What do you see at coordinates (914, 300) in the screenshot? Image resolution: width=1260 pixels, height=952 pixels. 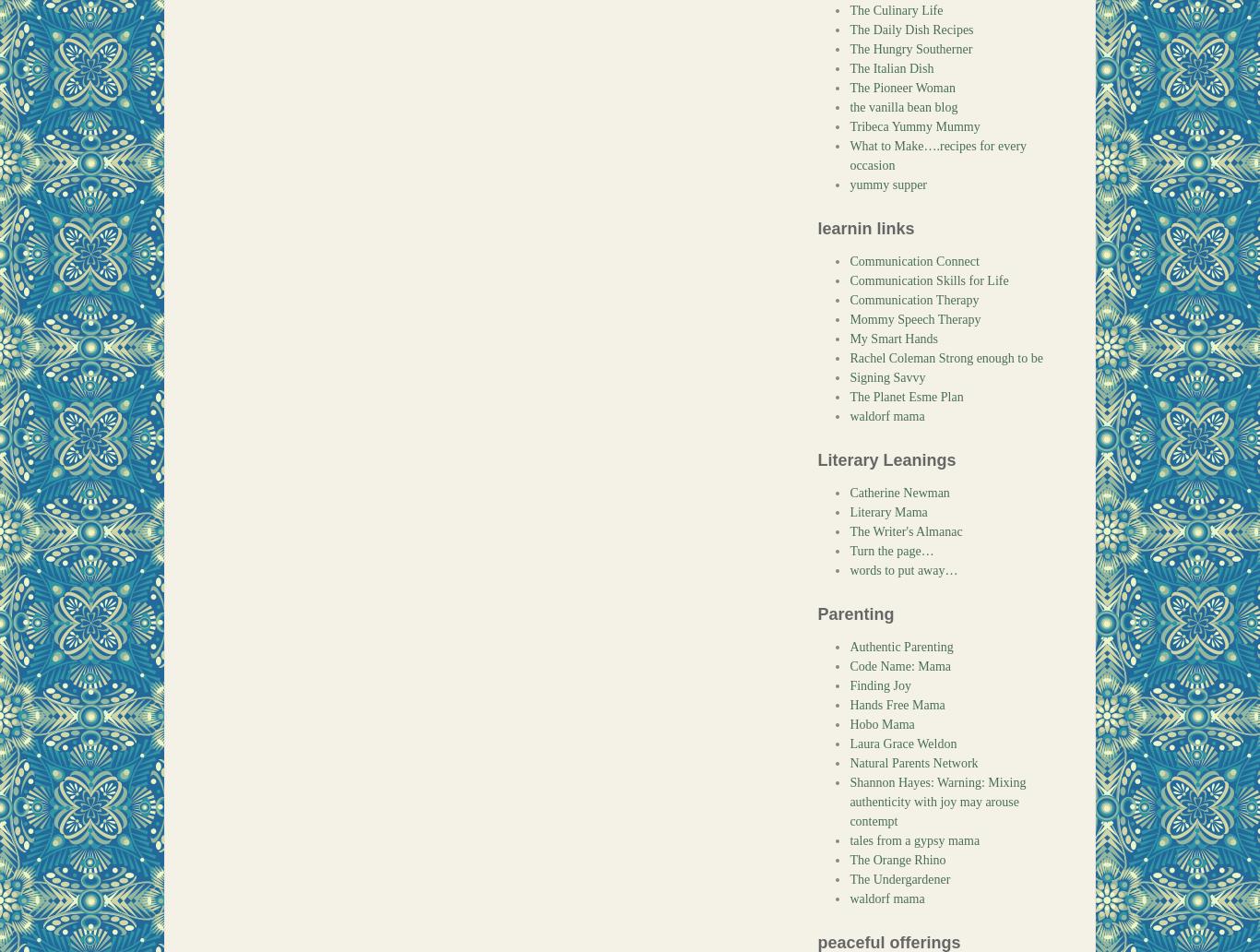 I see `'Communication Therapy'` at bounding box center [914, 300].